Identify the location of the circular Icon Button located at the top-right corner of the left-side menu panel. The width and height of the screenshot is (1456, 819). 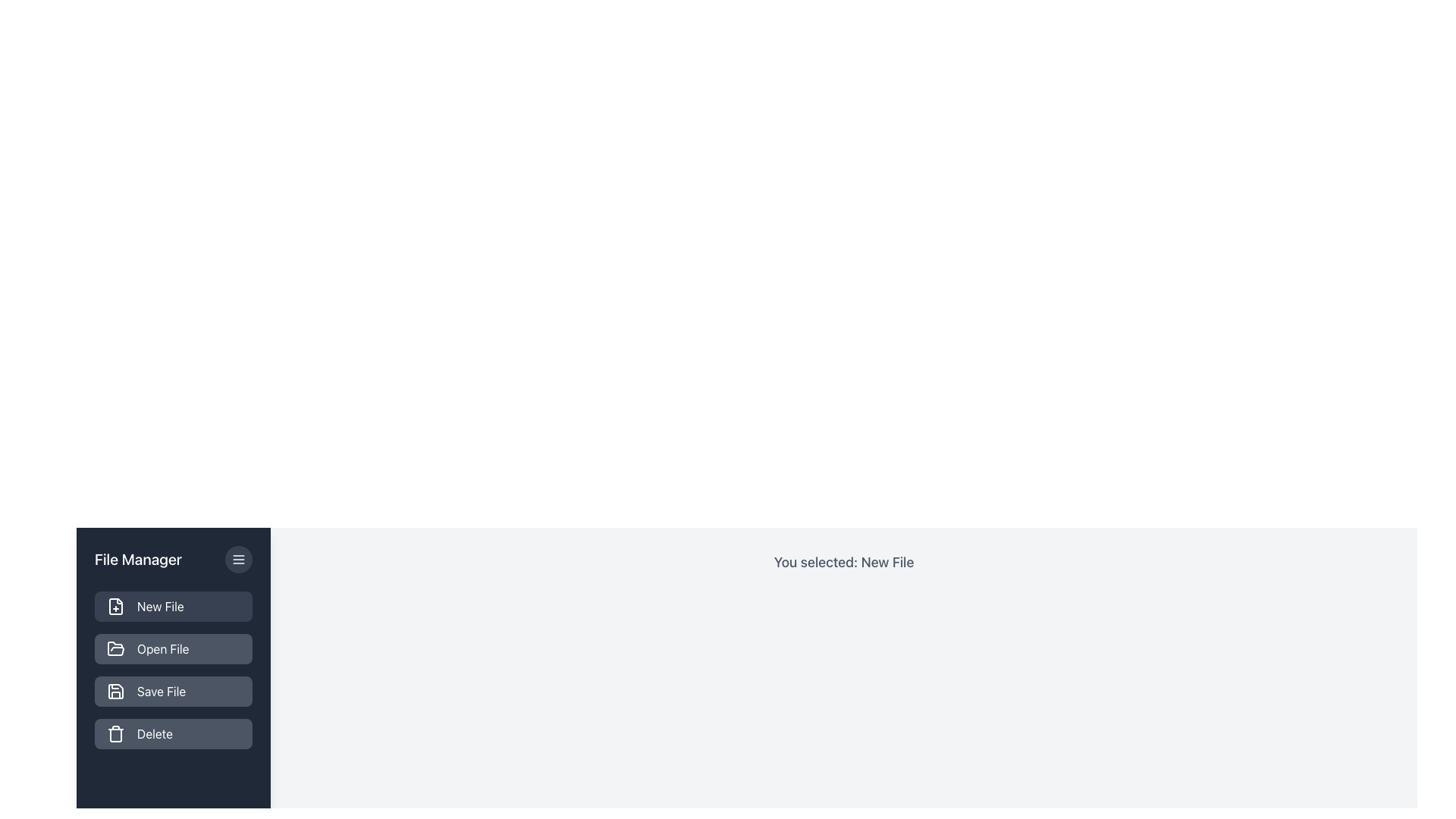
(238, 559).